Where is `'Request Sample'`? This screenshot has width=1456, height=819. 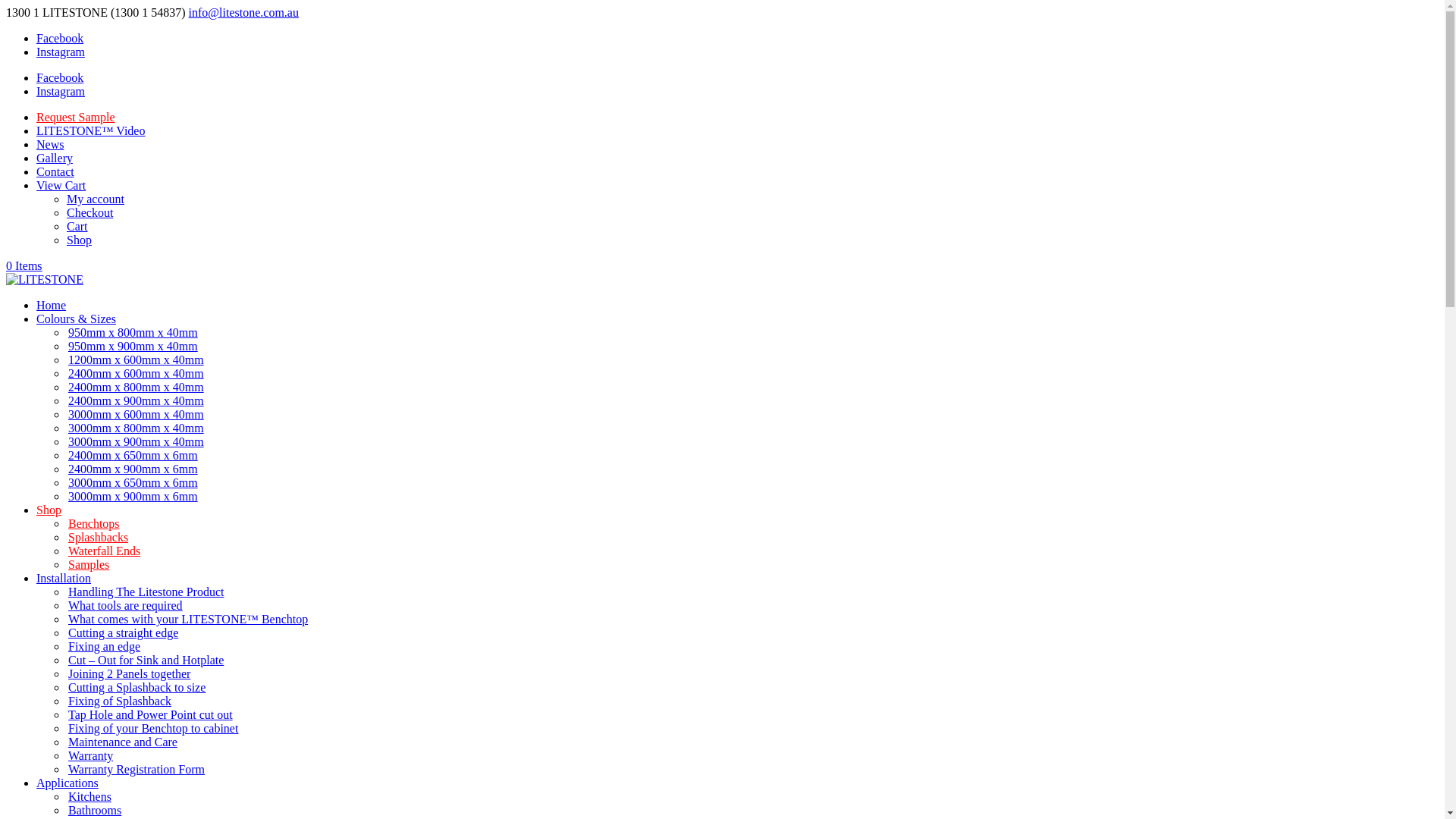
'Request Sample' is located at coordinates (75, 116).